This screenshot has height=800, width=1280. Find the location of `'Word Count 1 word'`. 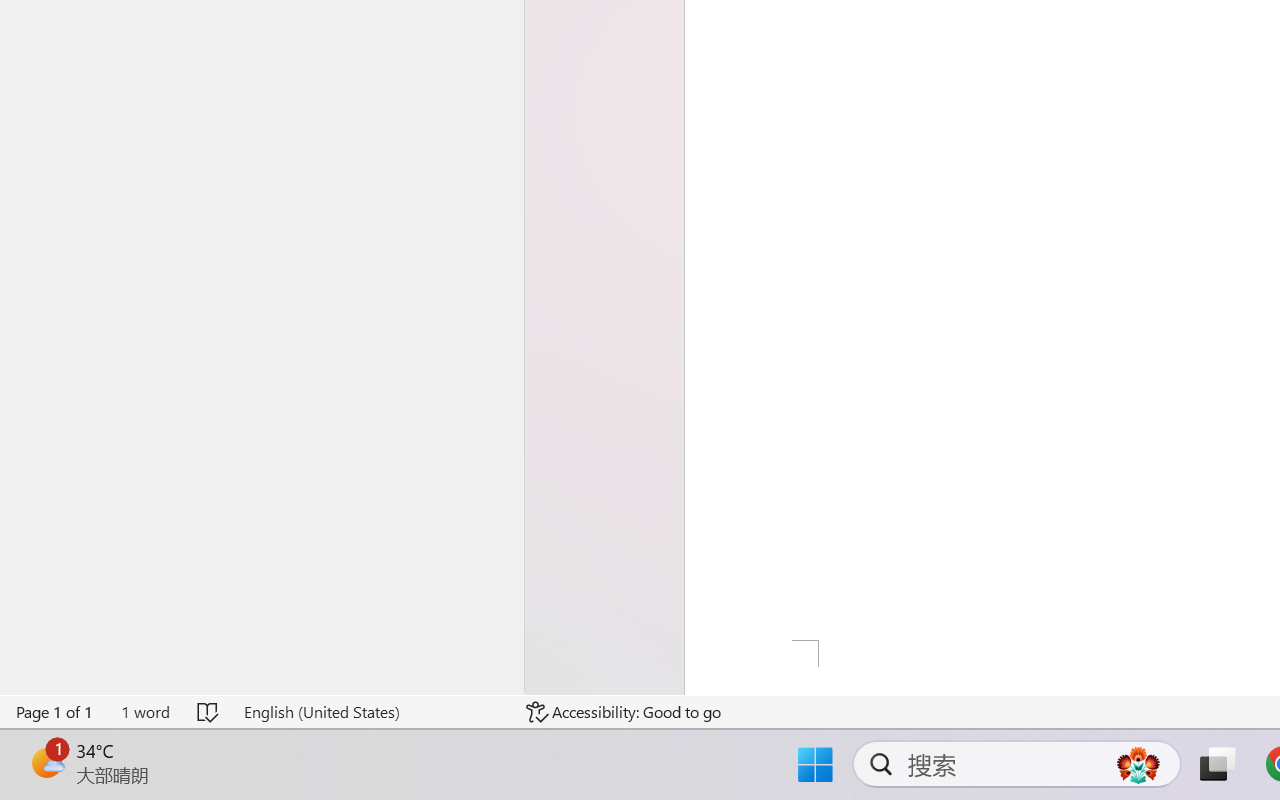

'Word Count 1 word' is located at coordinates (144, 711).